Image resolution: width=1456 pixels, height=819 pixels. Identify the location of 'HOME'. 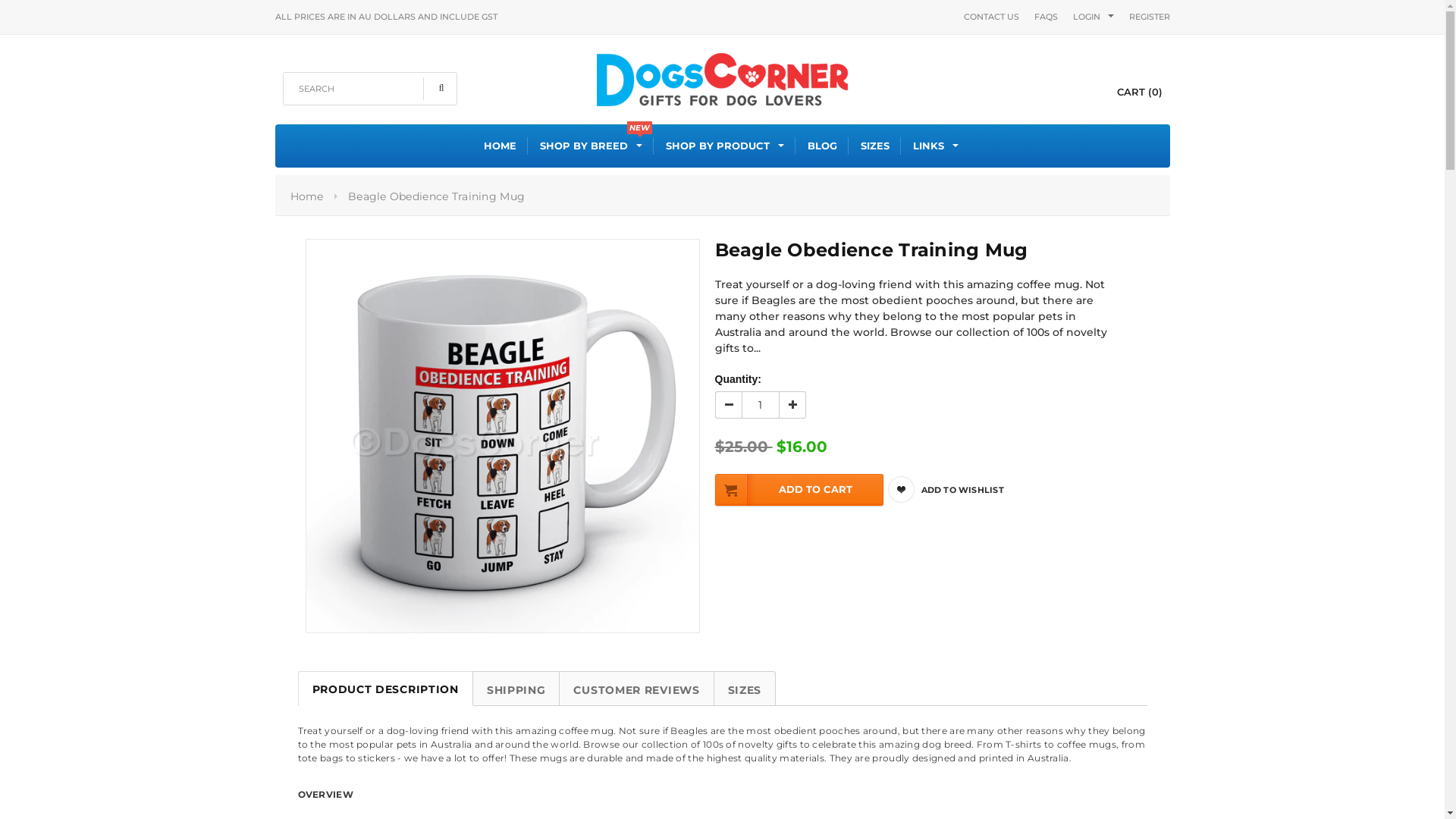
(500, 146).